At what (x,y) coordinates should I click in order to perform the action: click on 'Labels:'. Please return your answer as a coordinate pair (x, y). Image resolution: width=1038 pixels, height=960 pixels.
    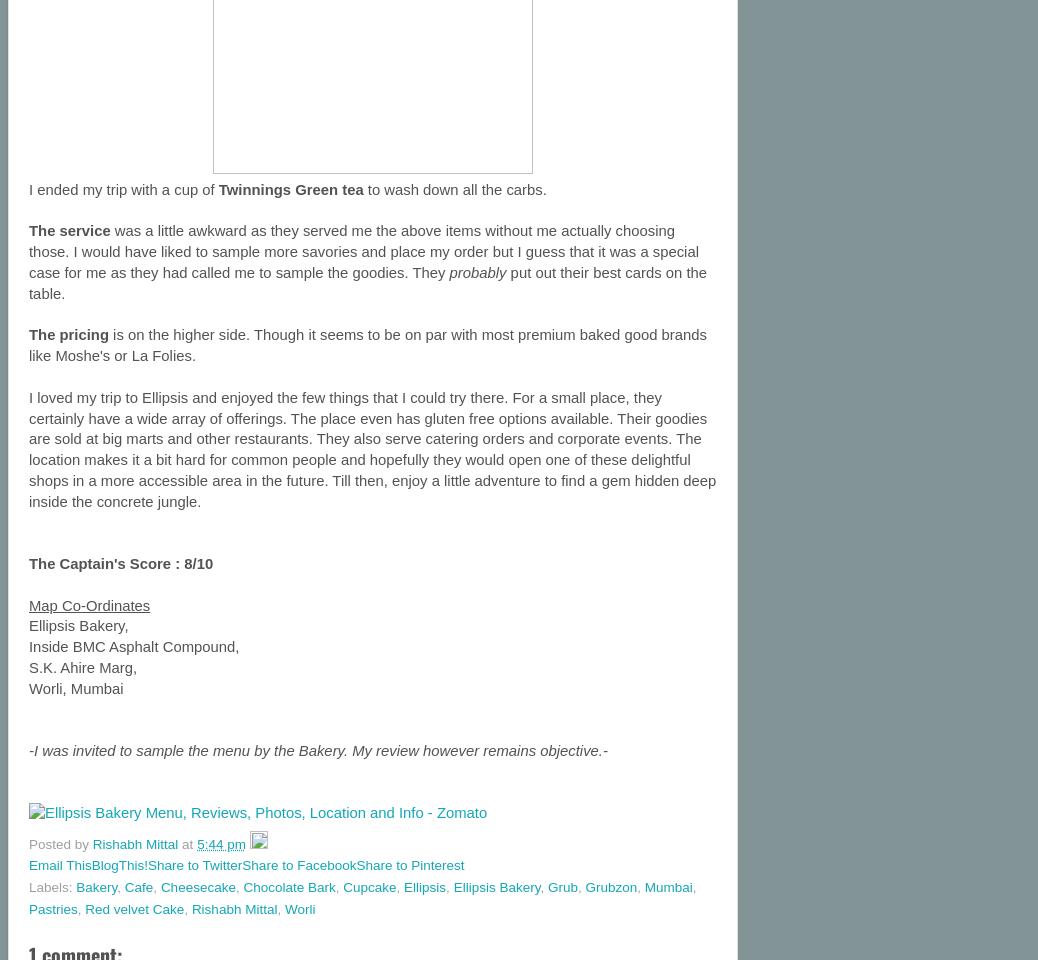
    Looking at the image, I should click on (51, 886).